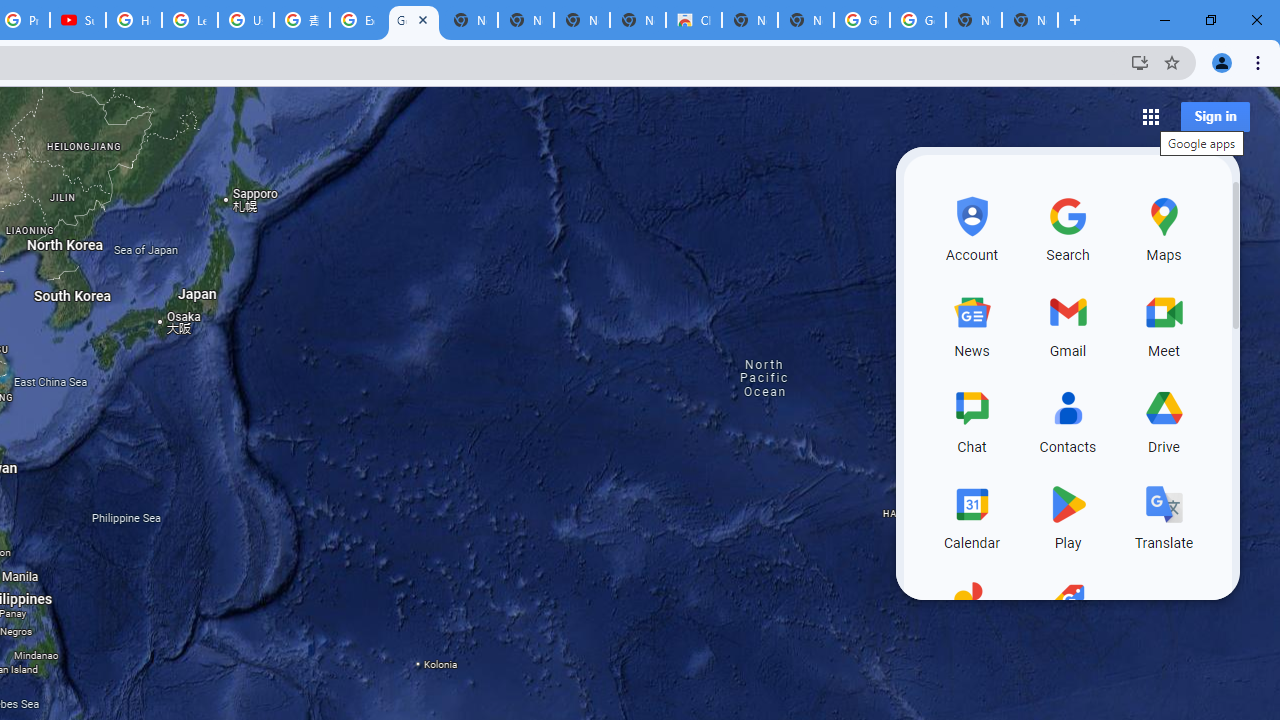 This screenshot has width=1280, height=720. I want to click on 'New Tab', so click(1030, 20).